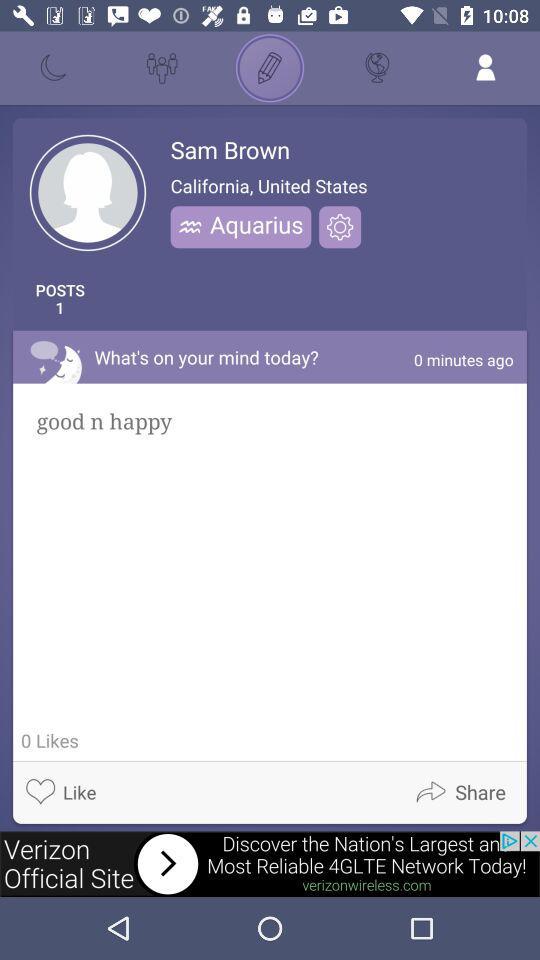 The width and height of the screenshot is (540, 960). Describe the element at coordinates (339, 227) in the screenshot. I see `the settings icon` at that location.